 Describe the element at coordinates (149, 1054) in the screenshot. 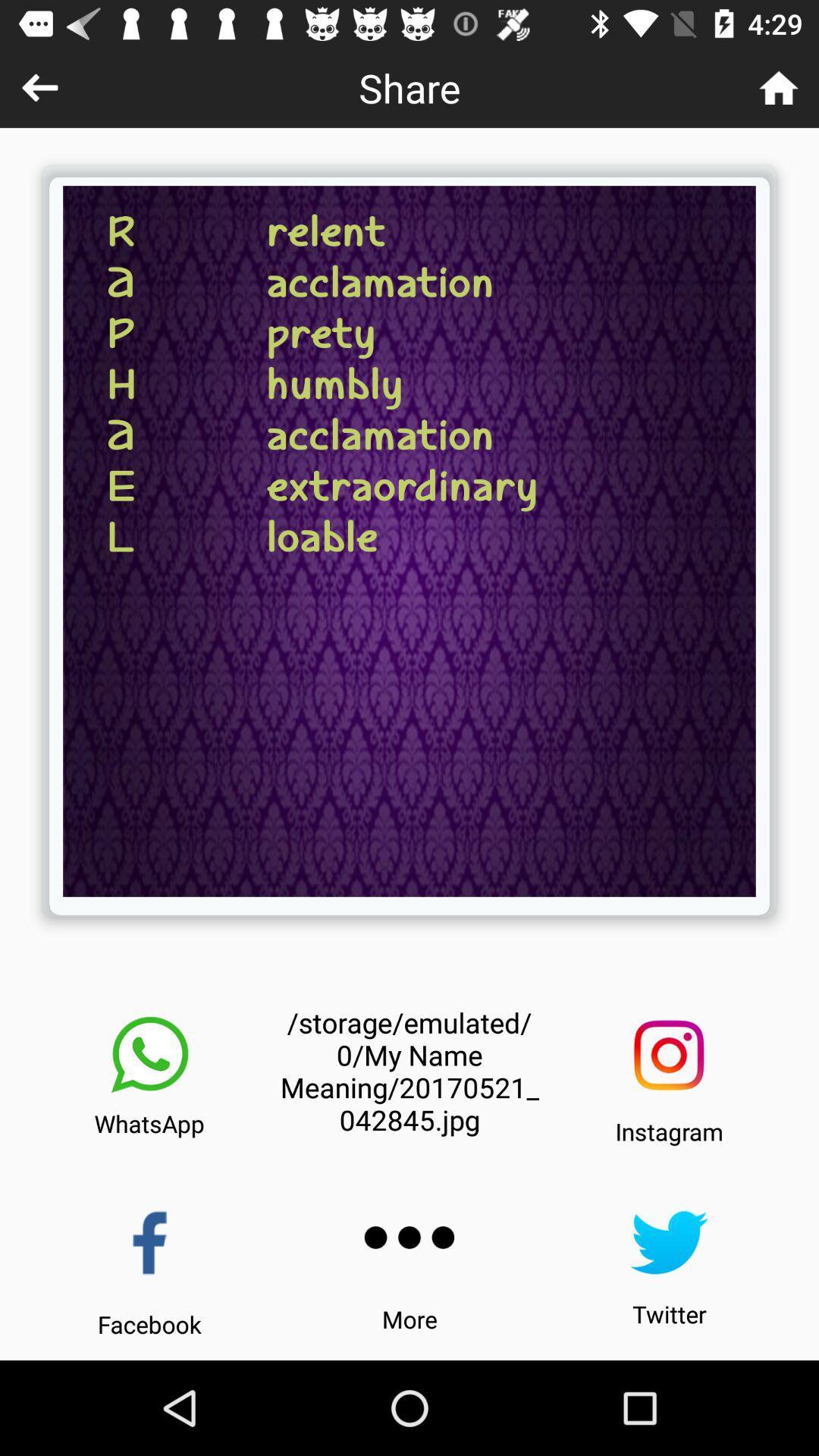

I see `share to whatsapp` at that location.